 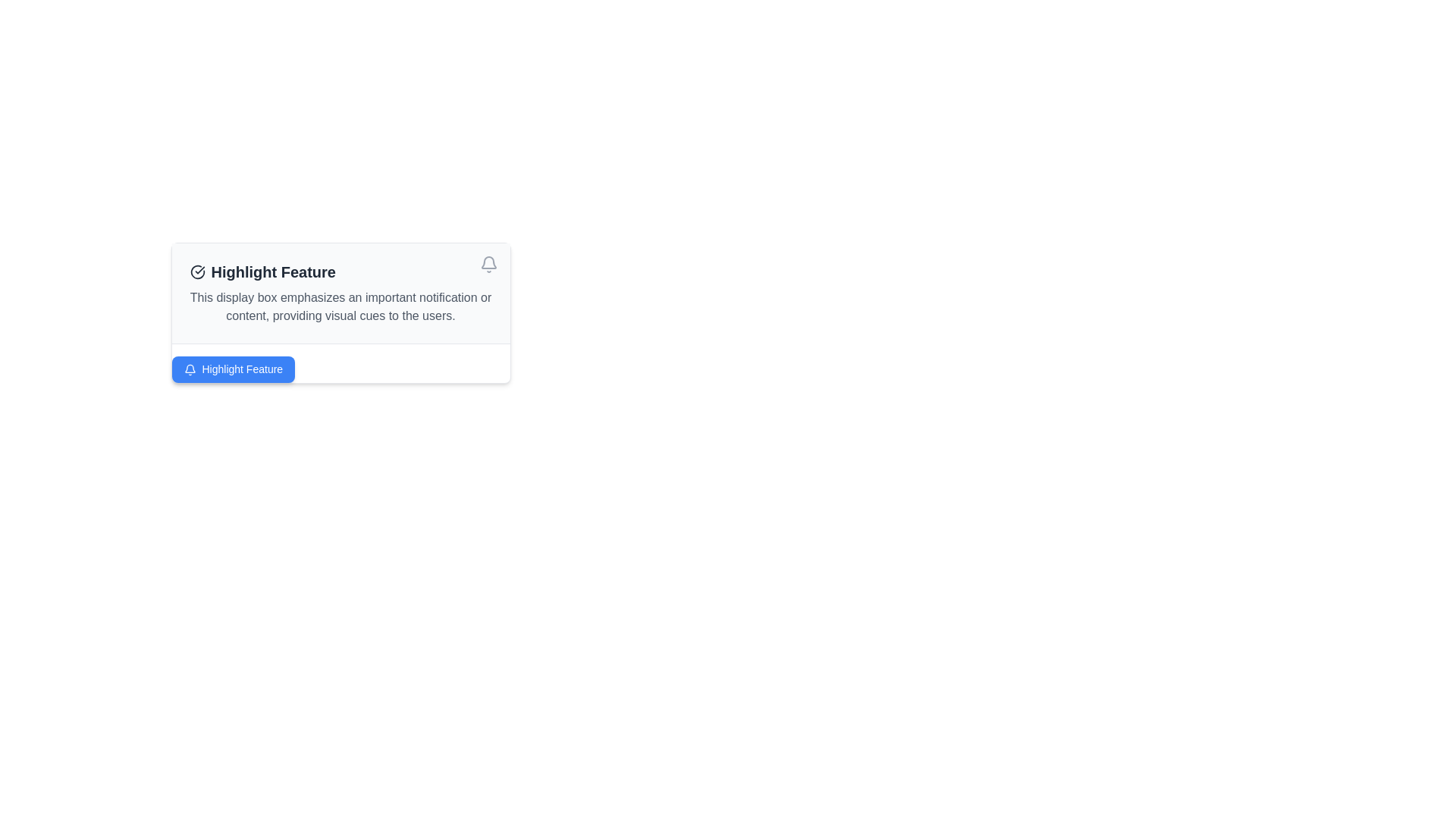 What do you see at coordinates (196, 271) in the screenshot?
I see `the decorative icon that is the leftmost component of the 'Highlight Feature' heading, which visually complements the text` at bounding box center [196, 271].